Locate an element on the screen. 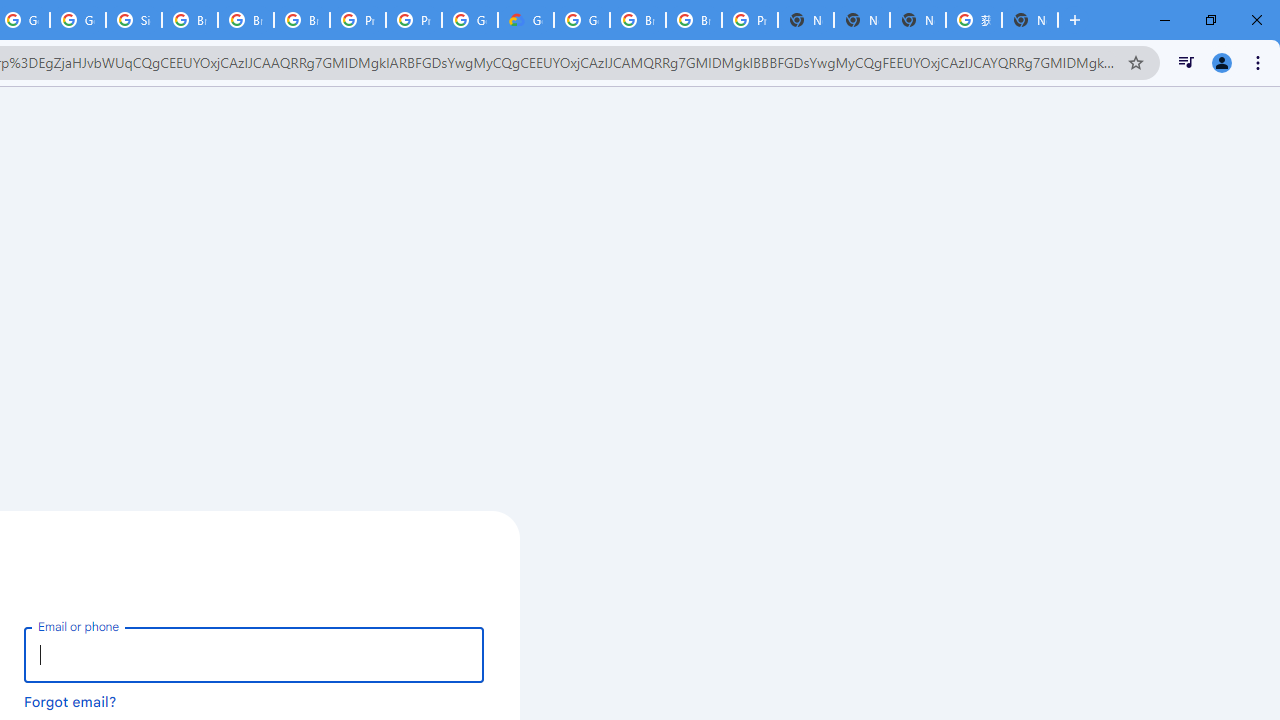 This screenshot has width=1280, height=720. 'New Tab' is located at coordinates (1030, 20).